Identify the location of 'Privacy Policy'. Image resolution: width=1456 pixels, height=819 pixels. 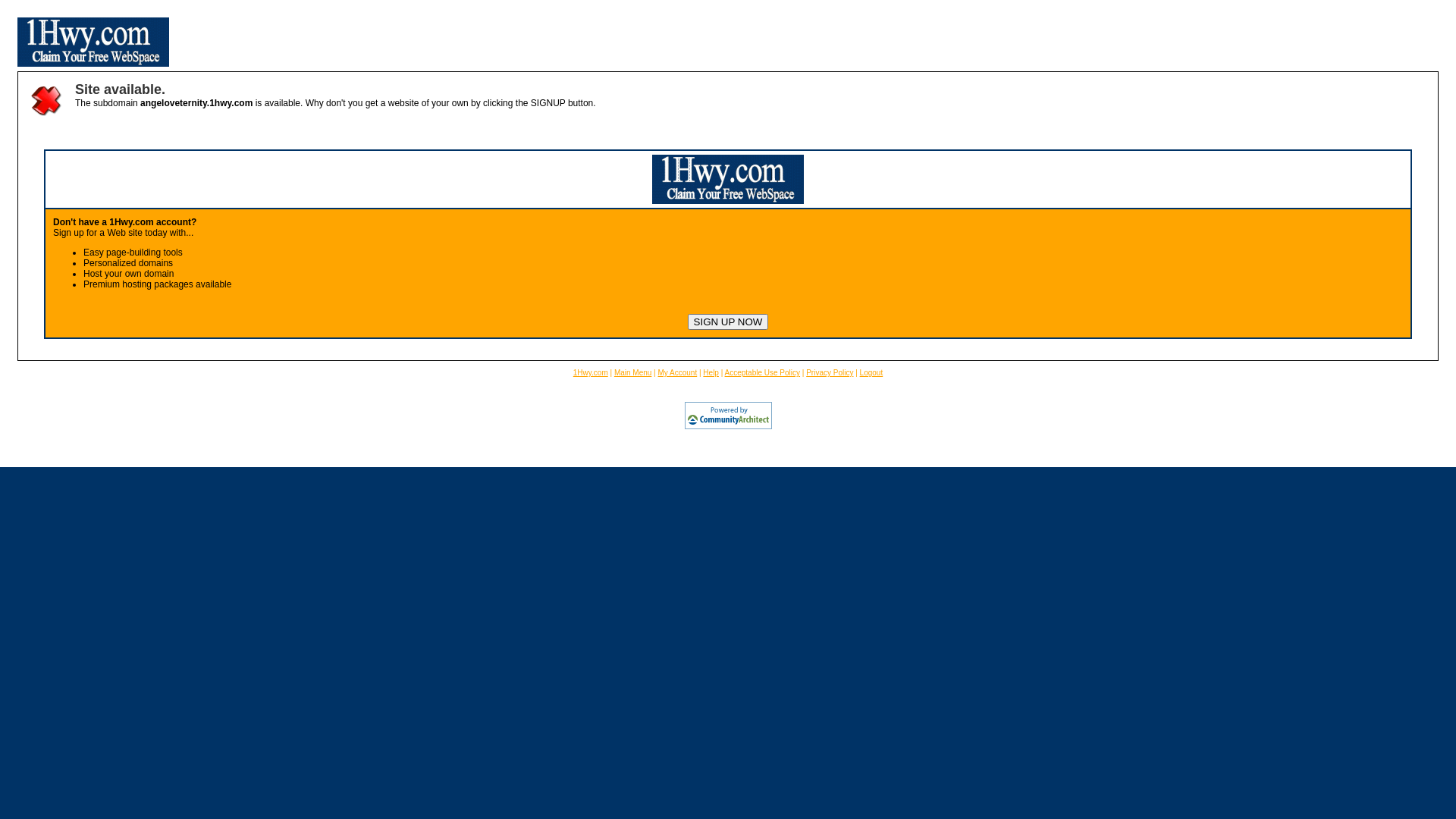
(805, 372).